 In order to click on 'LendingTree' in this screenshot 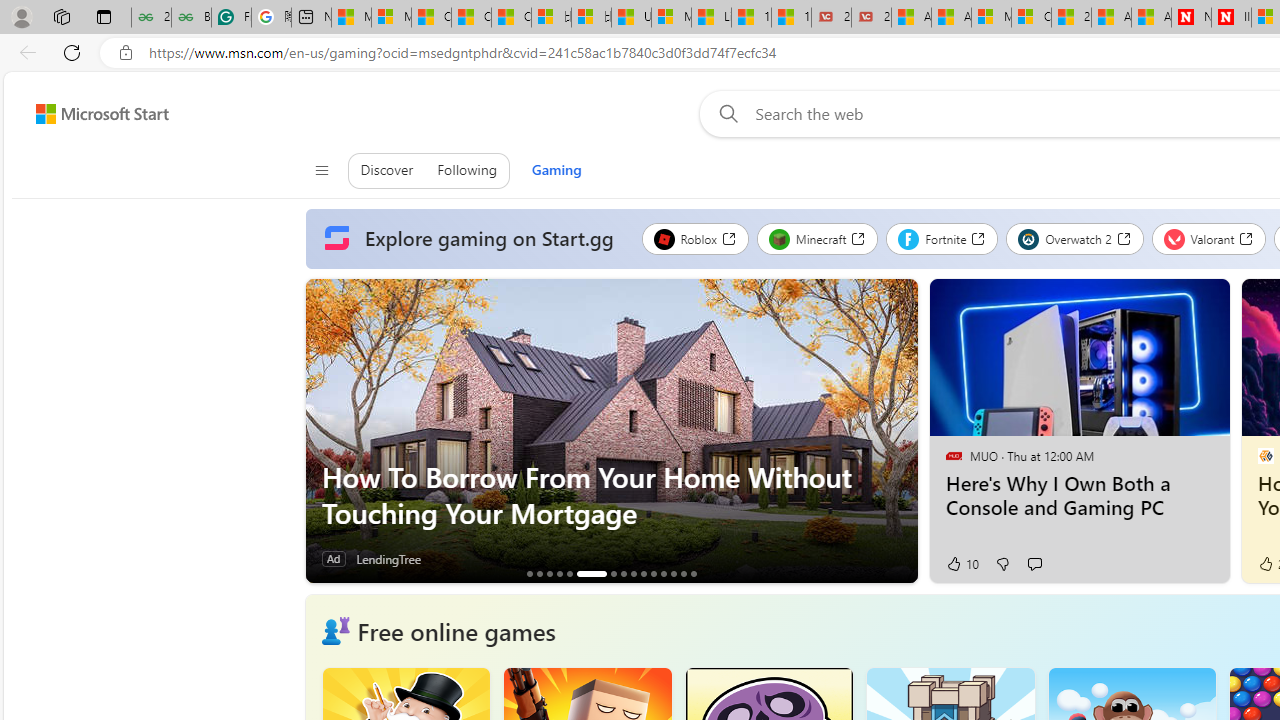, I will do `click(388, 559)`.